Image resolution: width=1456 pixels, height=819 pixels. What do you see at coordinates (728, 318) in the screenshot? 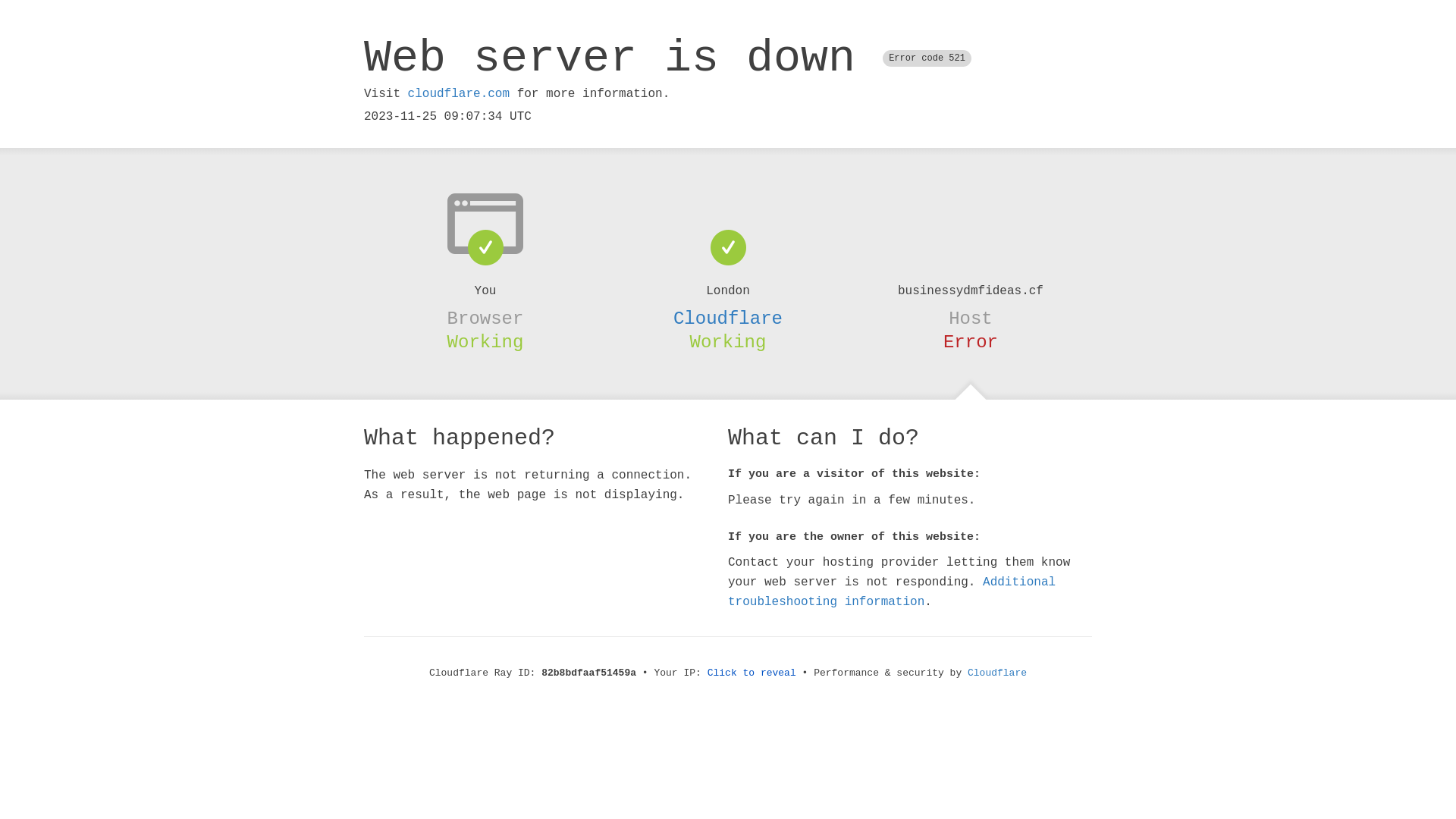
I see `'Cloudflare'` at bounding box center [728, 318].